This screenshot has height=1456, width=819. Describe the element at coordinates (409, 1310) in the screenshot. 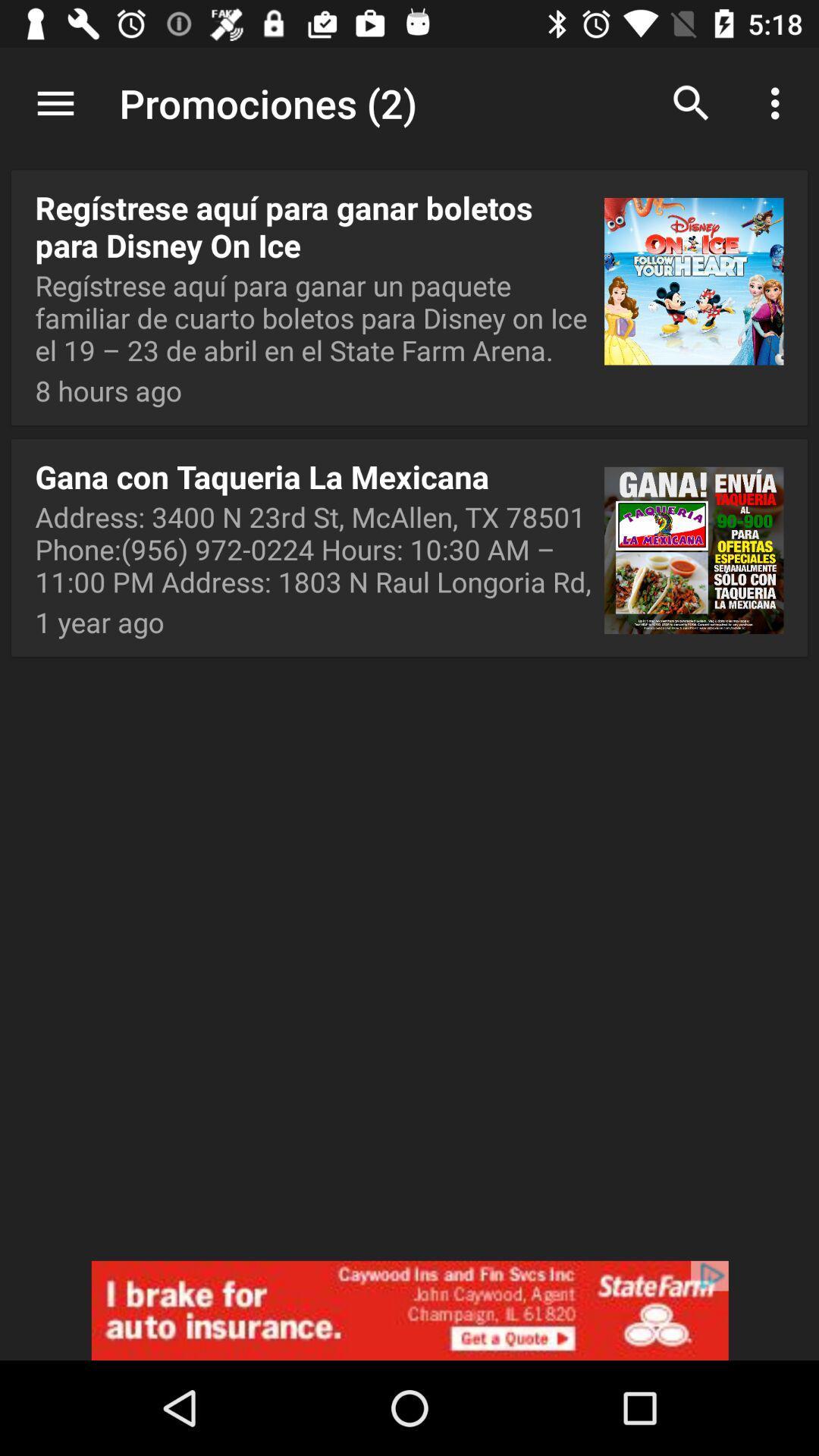

I see `adverdisment notification` at that location.